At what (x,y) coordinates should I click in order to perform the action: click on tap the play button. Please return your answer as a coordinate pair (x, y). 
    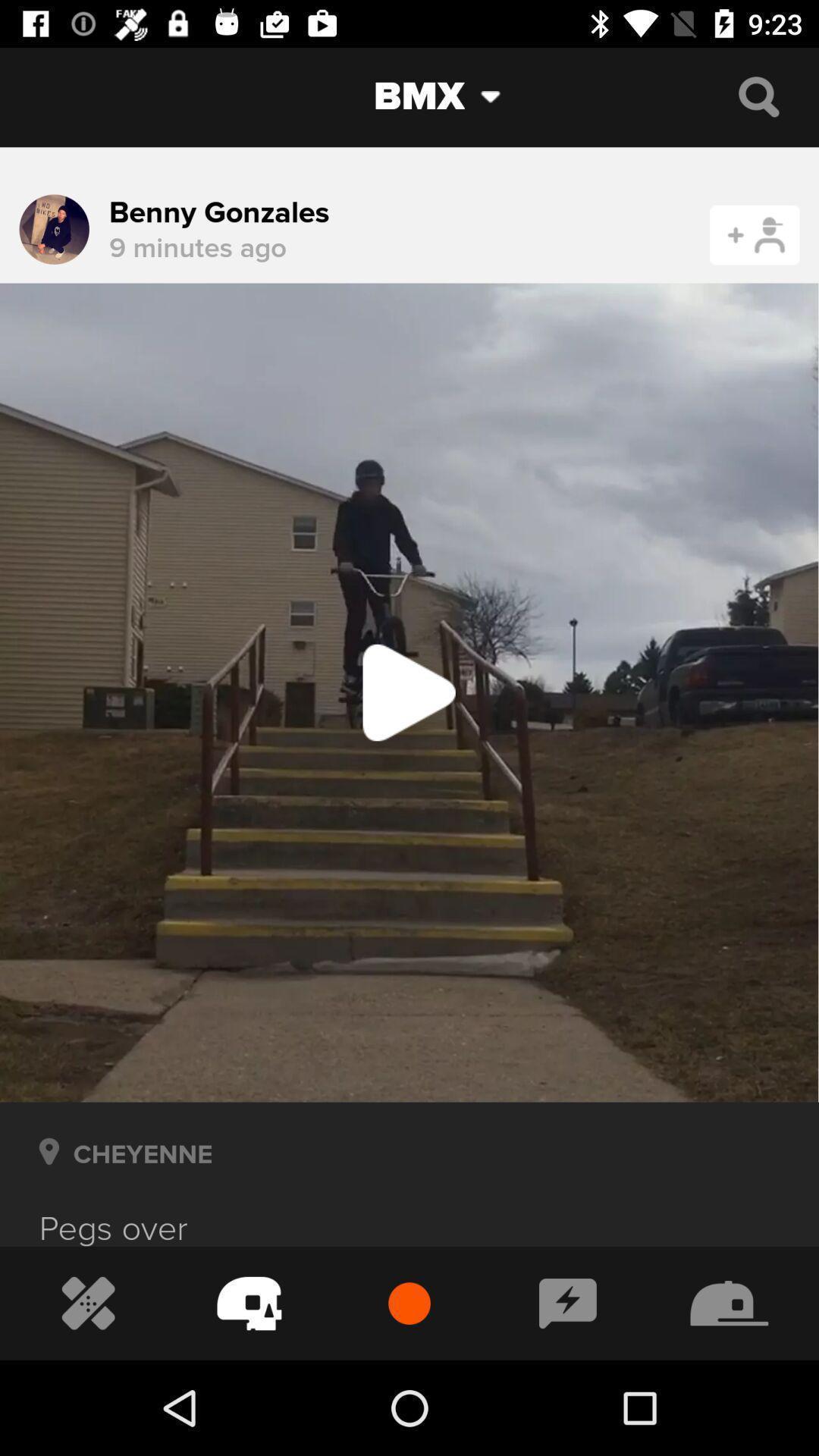
    Looking at the image, I should click on (409, 692).